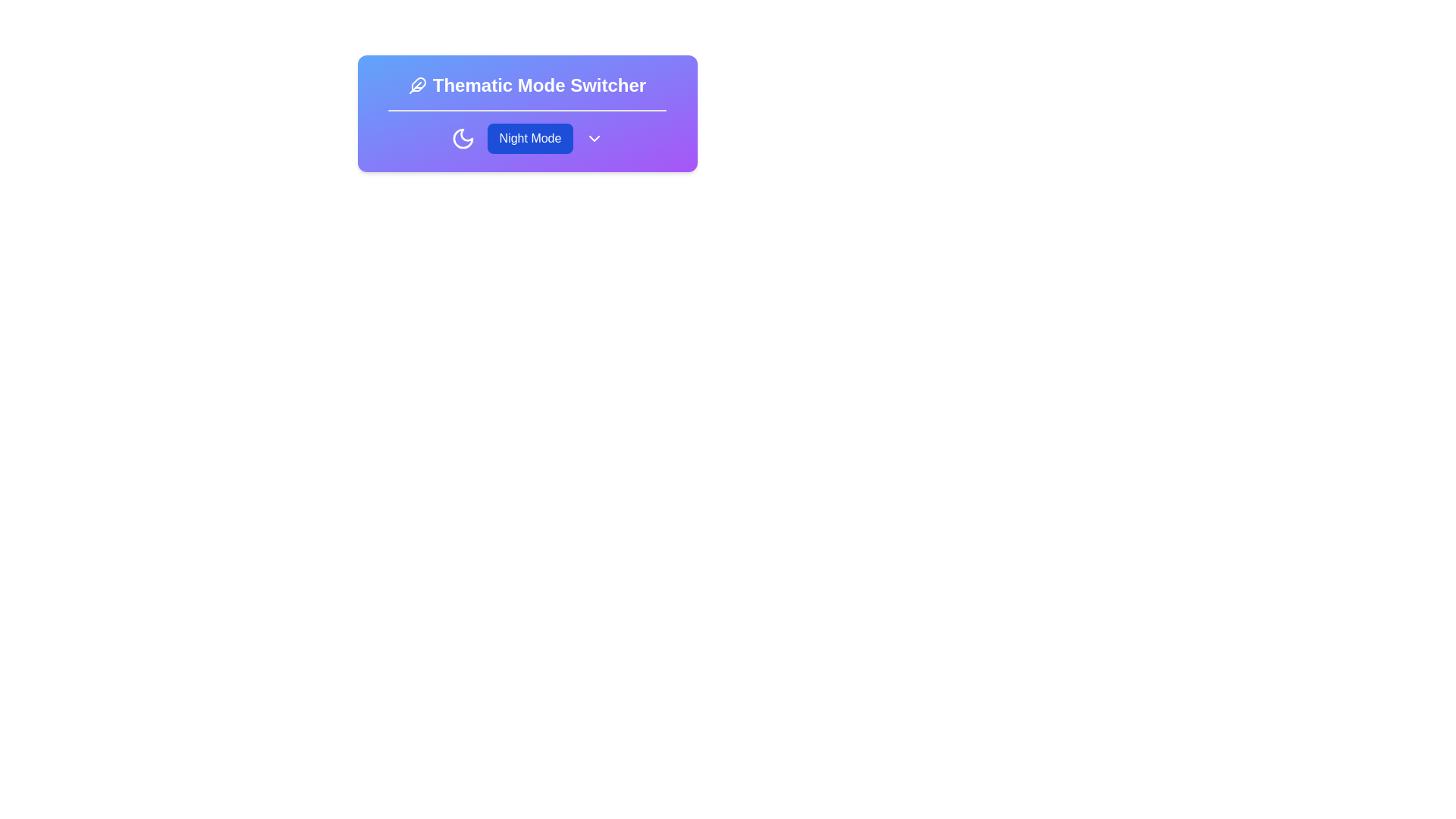  What do you see at coordinates (527, 138) in the screenshot?
I see `the button located below the text 'Thematic Mode Switcher'` at bounding box center [527, 138].